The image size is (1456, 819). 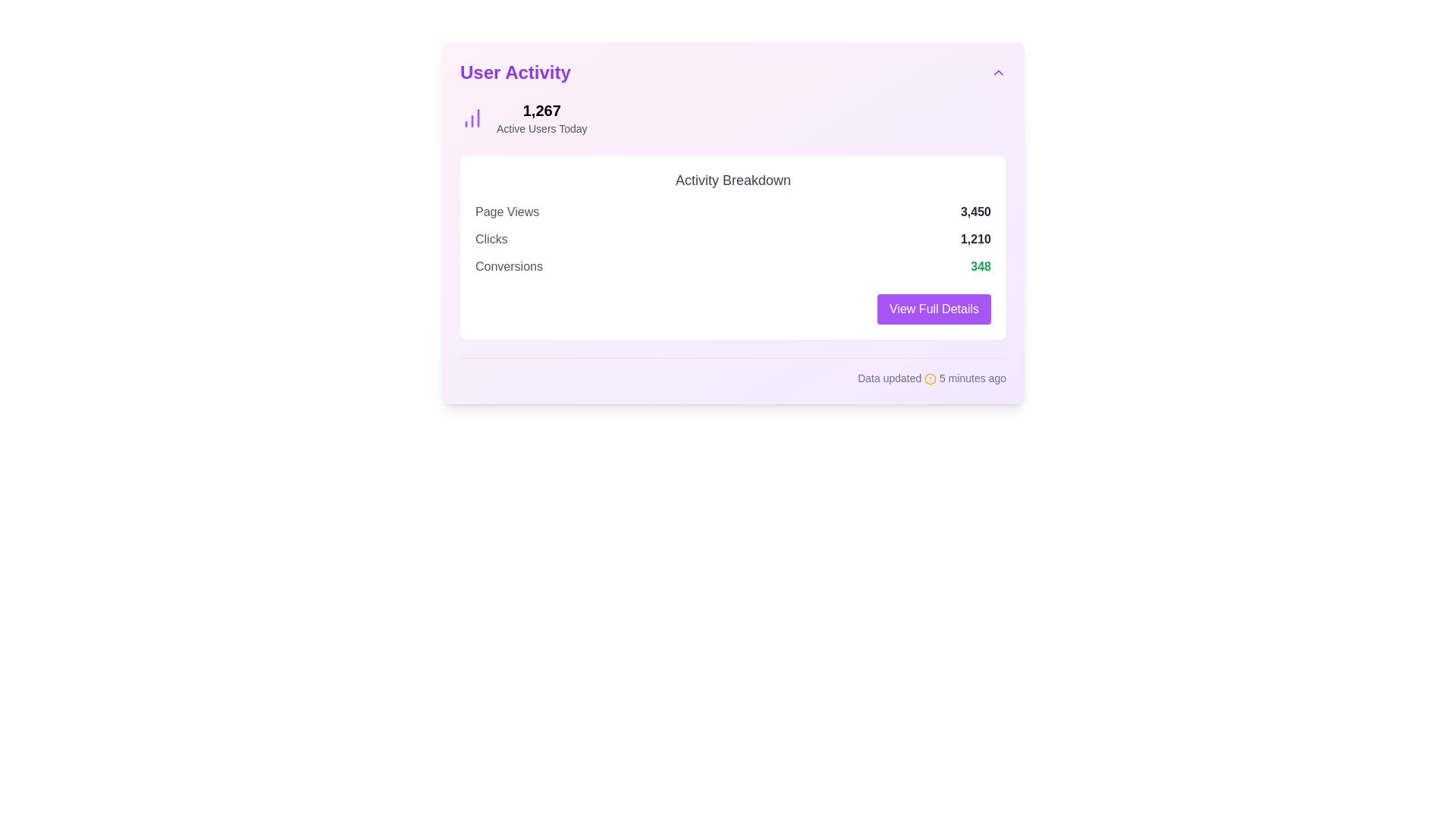 What do you see at coordinates (541, 110) in the screenshot?
I see `the bold, large-sized text label displaying the number '1,267' at the top center of the 'User Activity' card section` at bounding box center [541, 110].